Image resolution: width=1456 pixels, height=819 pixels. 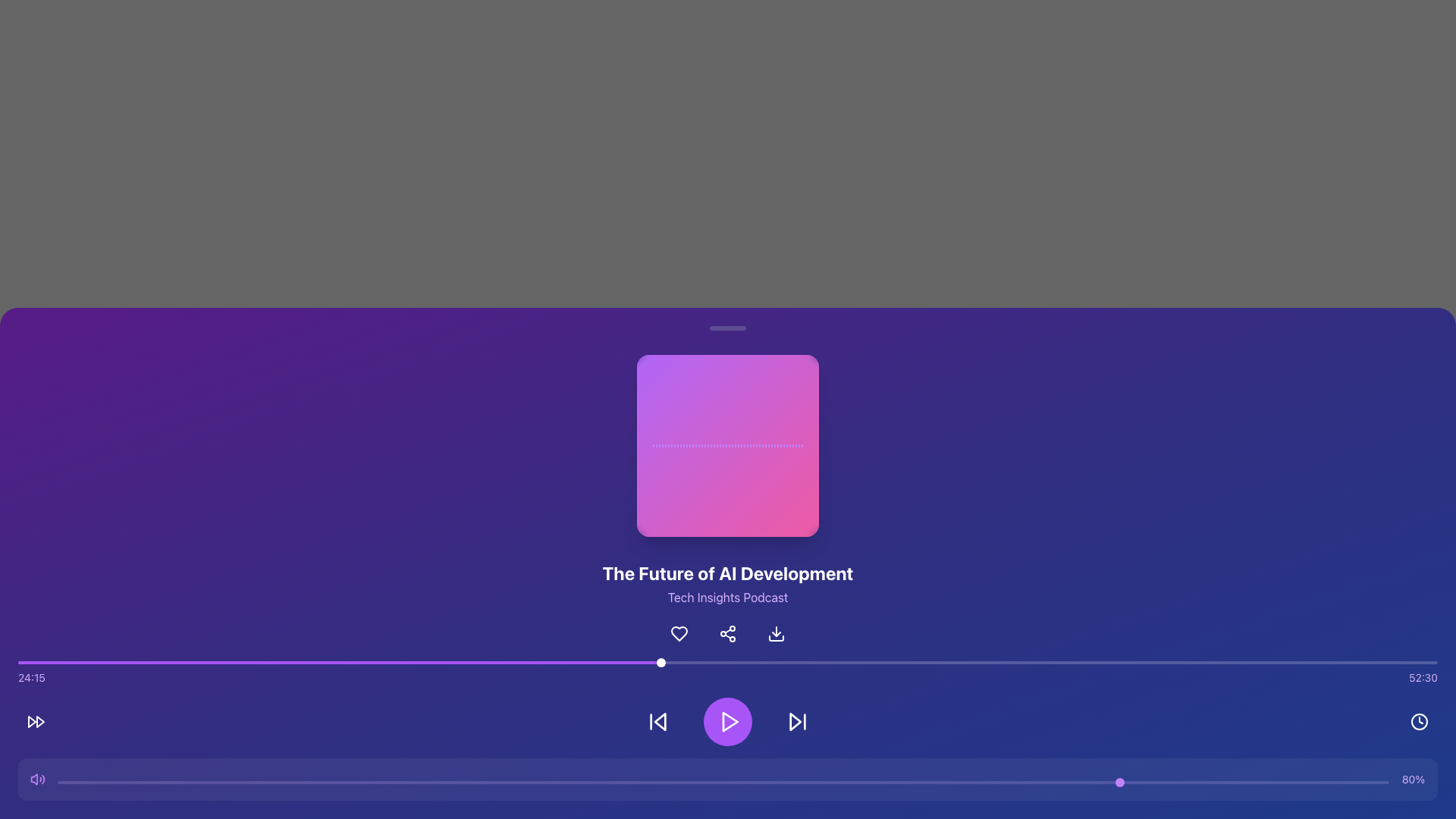 What do you see at coordinates (679, 634) in the screenshot?
I see `the 'like' button, which is the first icon in a horizontal row of three, located below the title 'The Future of AI Development' and the subtitle 'Tech Insights Podcast'` at bounding box center [679, 634].